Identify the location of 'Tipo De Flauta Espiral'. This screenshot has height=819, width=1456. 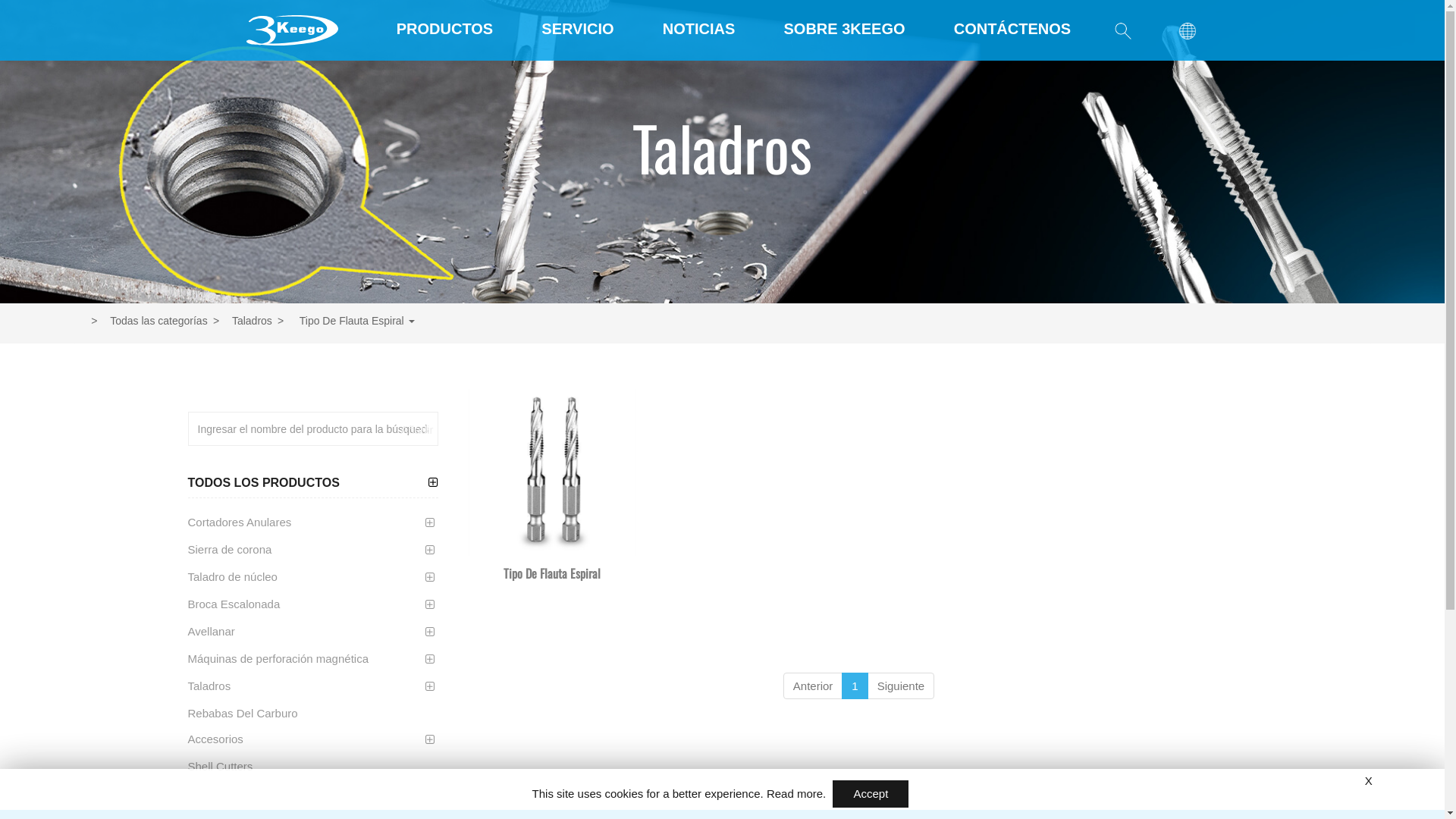
(551, 573).